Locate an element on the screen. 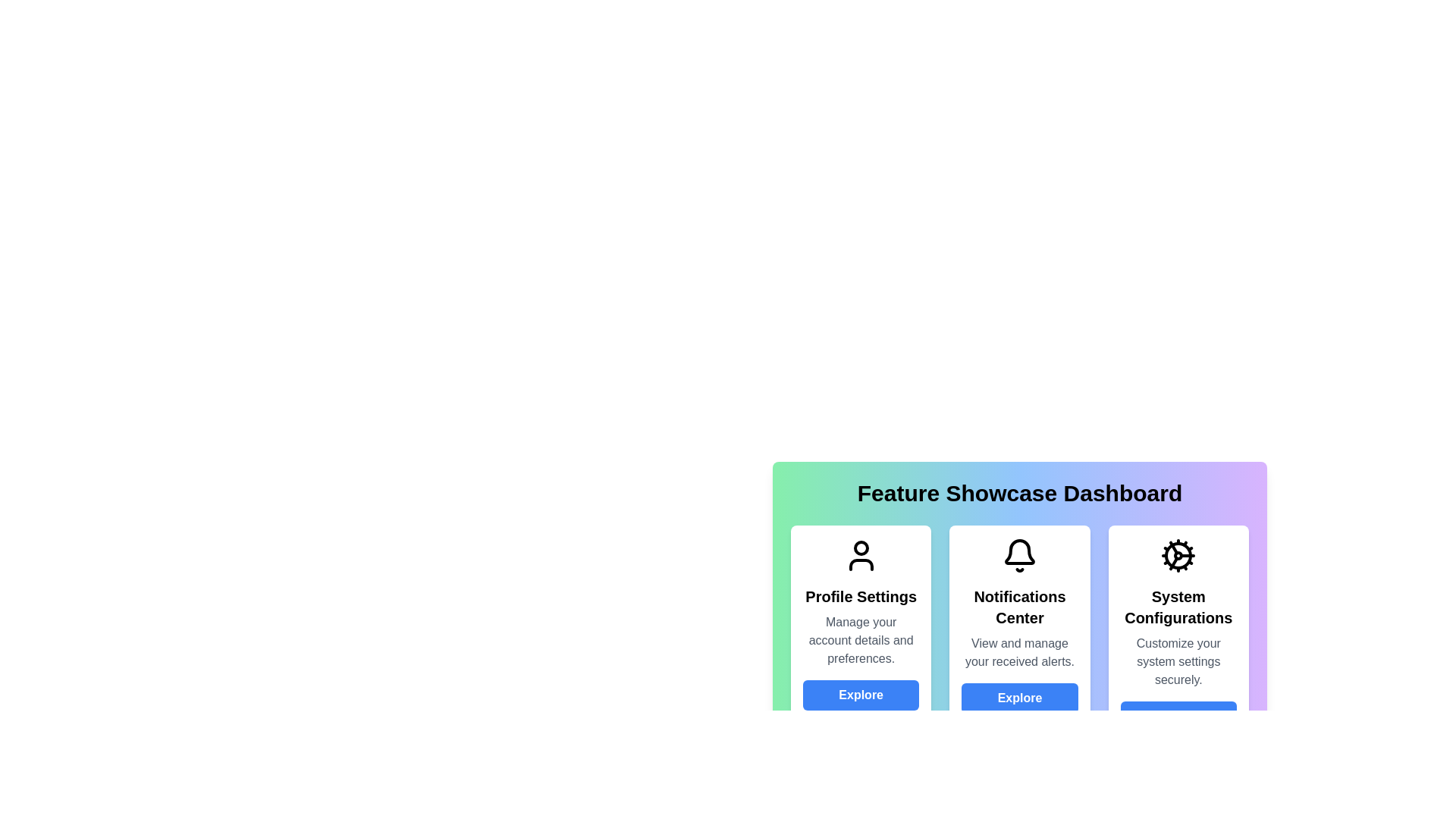  the black user icon located at the top-center of the 'Profile Settings' card is located at coordinates (861, 555).